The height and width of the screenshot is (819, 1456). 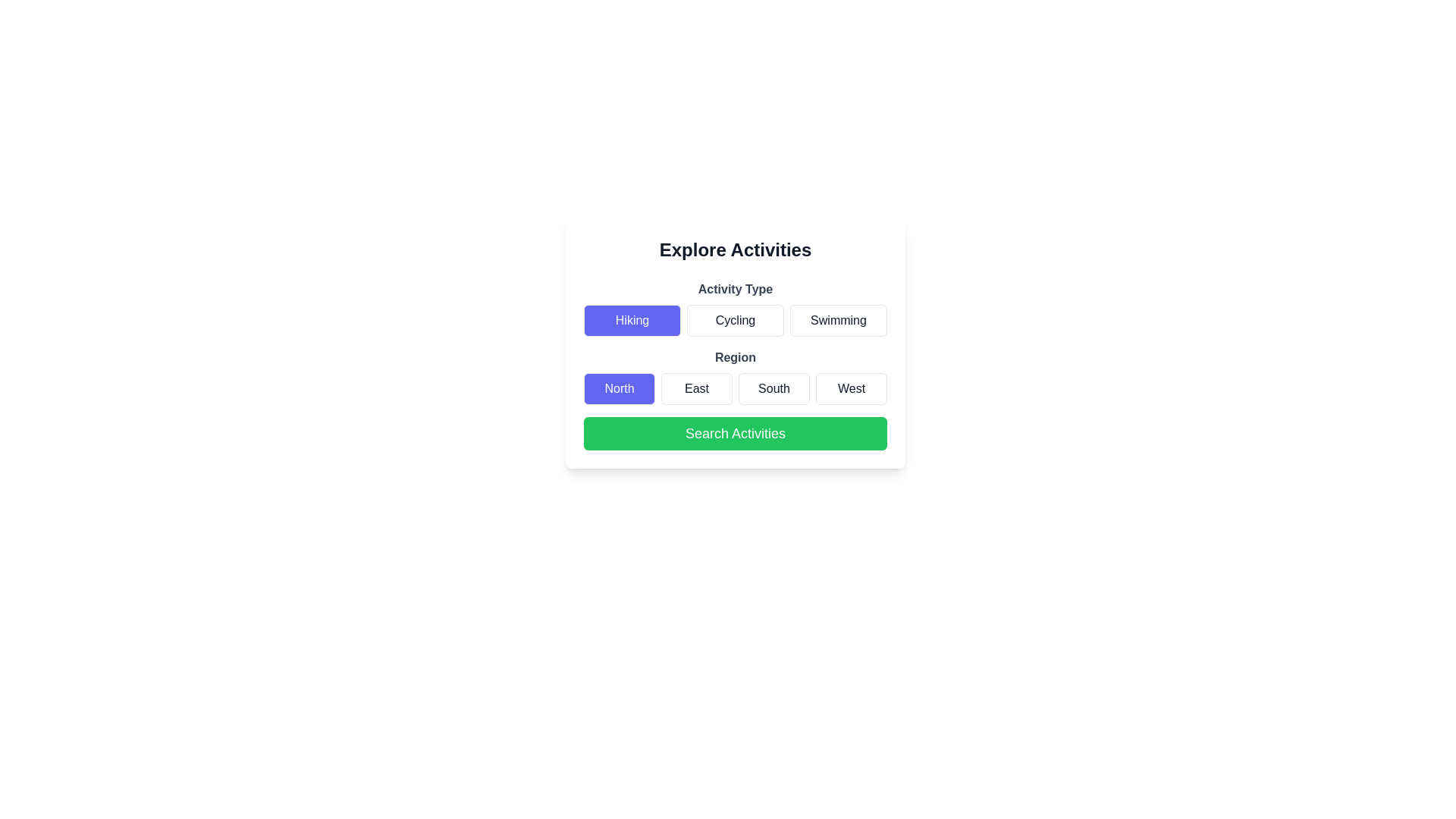 What do you see at coordinates (852, 388) in the screenshot?
I see `the 'West' region button located under the 'Region' heading in the grid layout` at bounding box center [852, 388].